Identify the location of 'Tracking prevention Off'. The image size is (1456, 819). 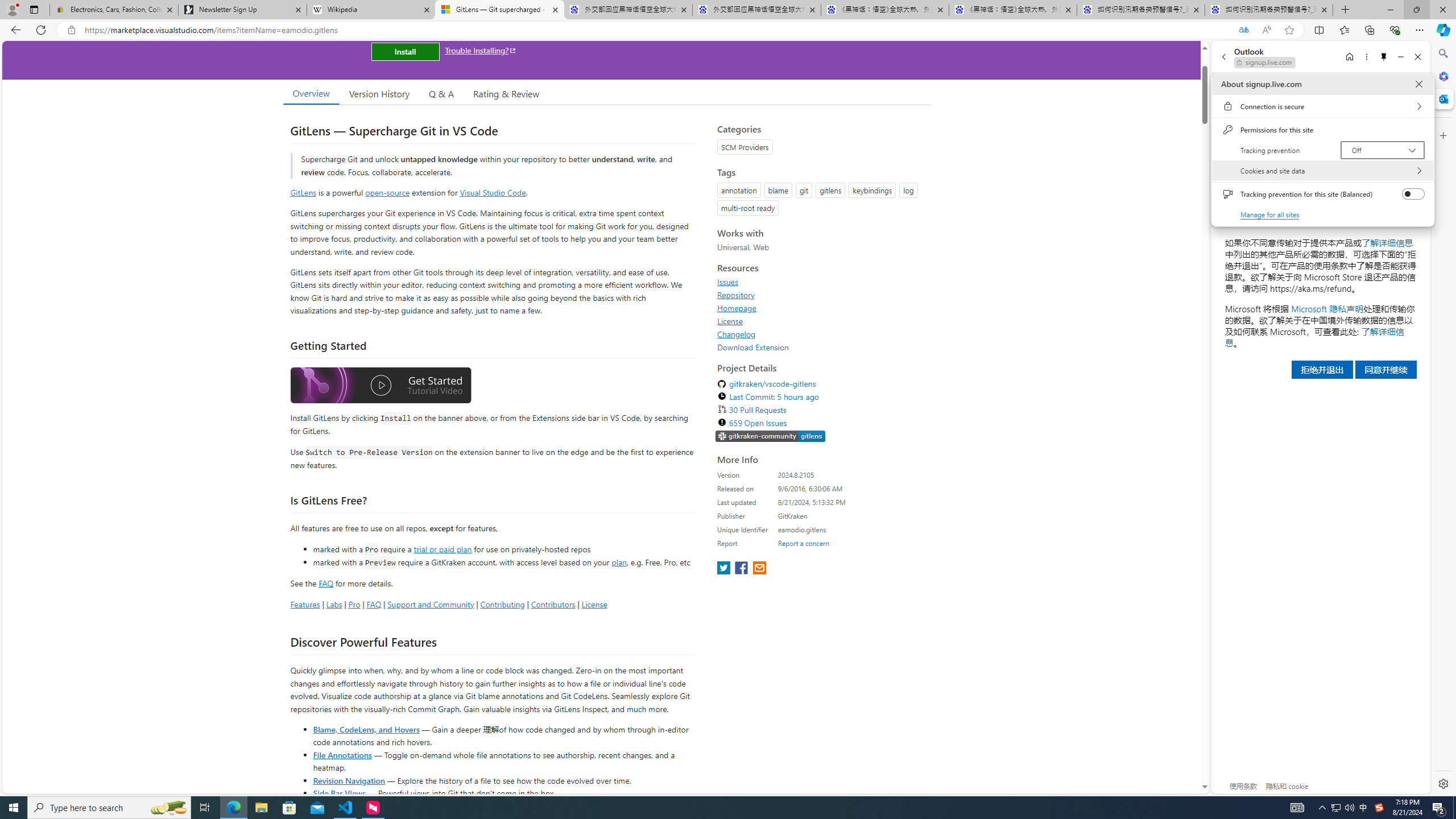
(1383, 150).